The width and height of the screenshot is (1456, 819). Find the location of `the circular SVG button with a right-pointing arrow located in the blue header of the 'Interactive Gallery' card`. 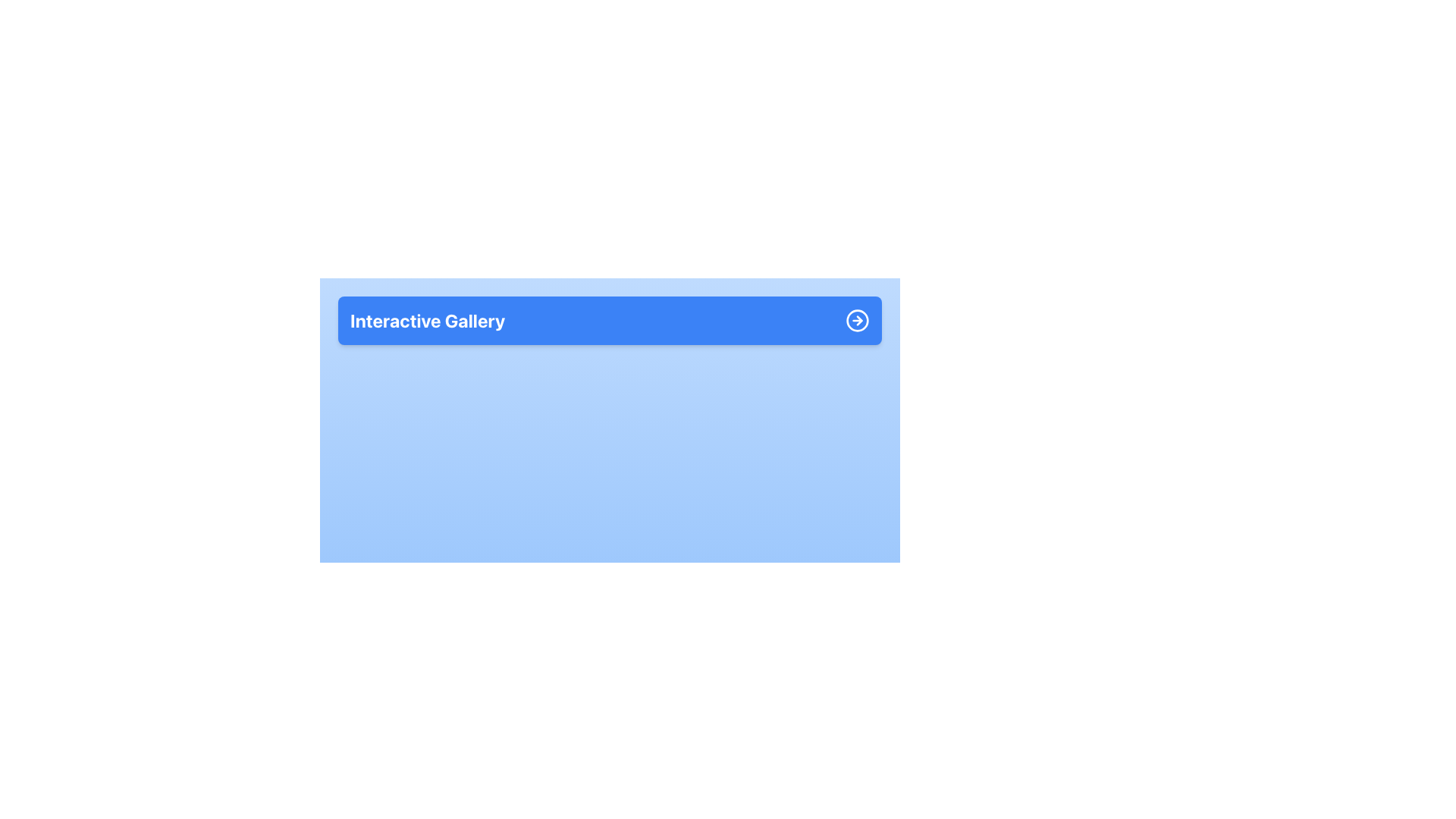

the circular SVG button with a right-pointing arrow located in the blue header of the 'Interactive Gallery' card is located at coordinates (858, 320).